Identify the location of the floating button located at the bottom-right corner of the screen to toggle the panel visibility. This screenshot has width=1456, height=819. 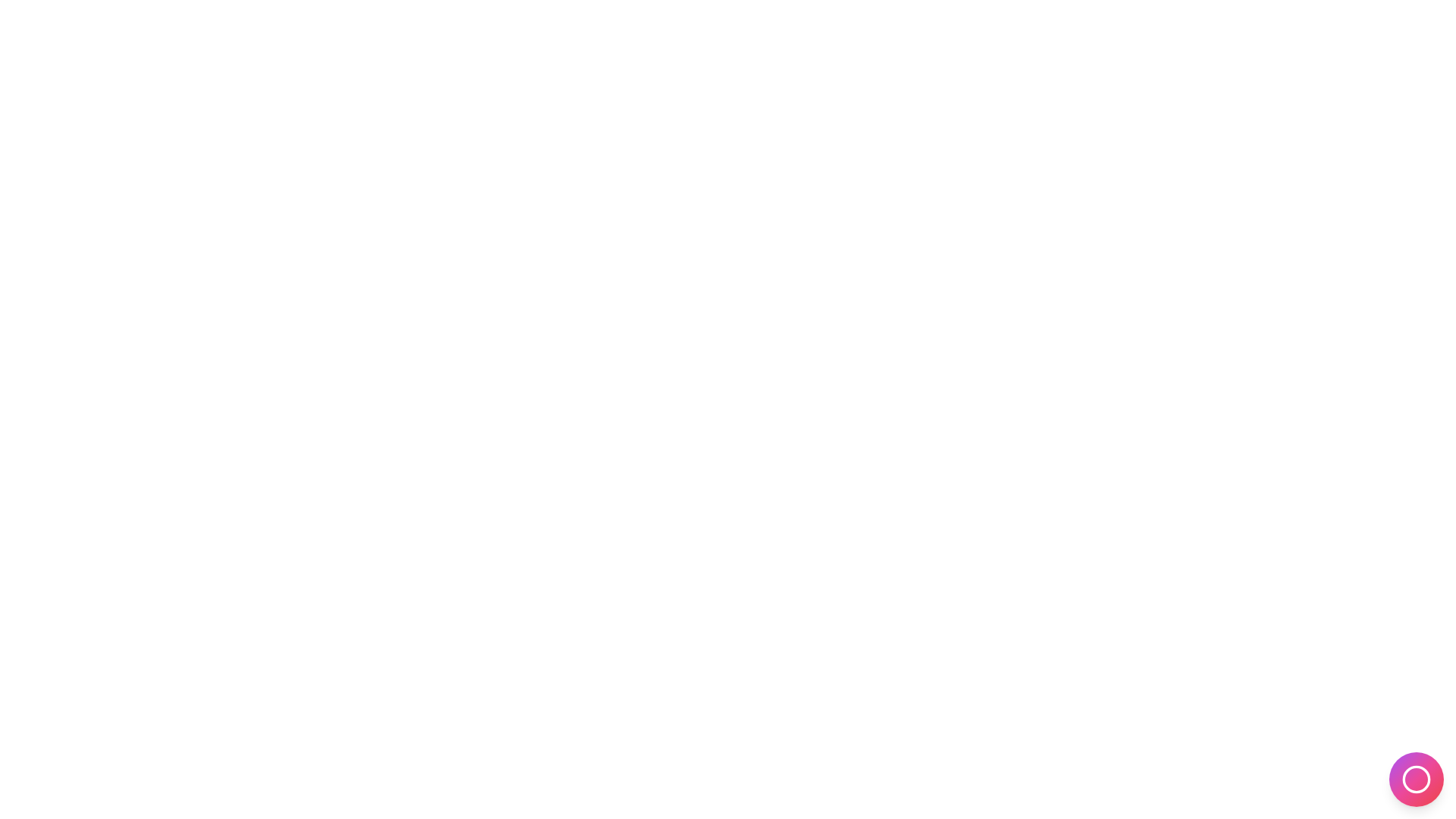
(1415, 780).